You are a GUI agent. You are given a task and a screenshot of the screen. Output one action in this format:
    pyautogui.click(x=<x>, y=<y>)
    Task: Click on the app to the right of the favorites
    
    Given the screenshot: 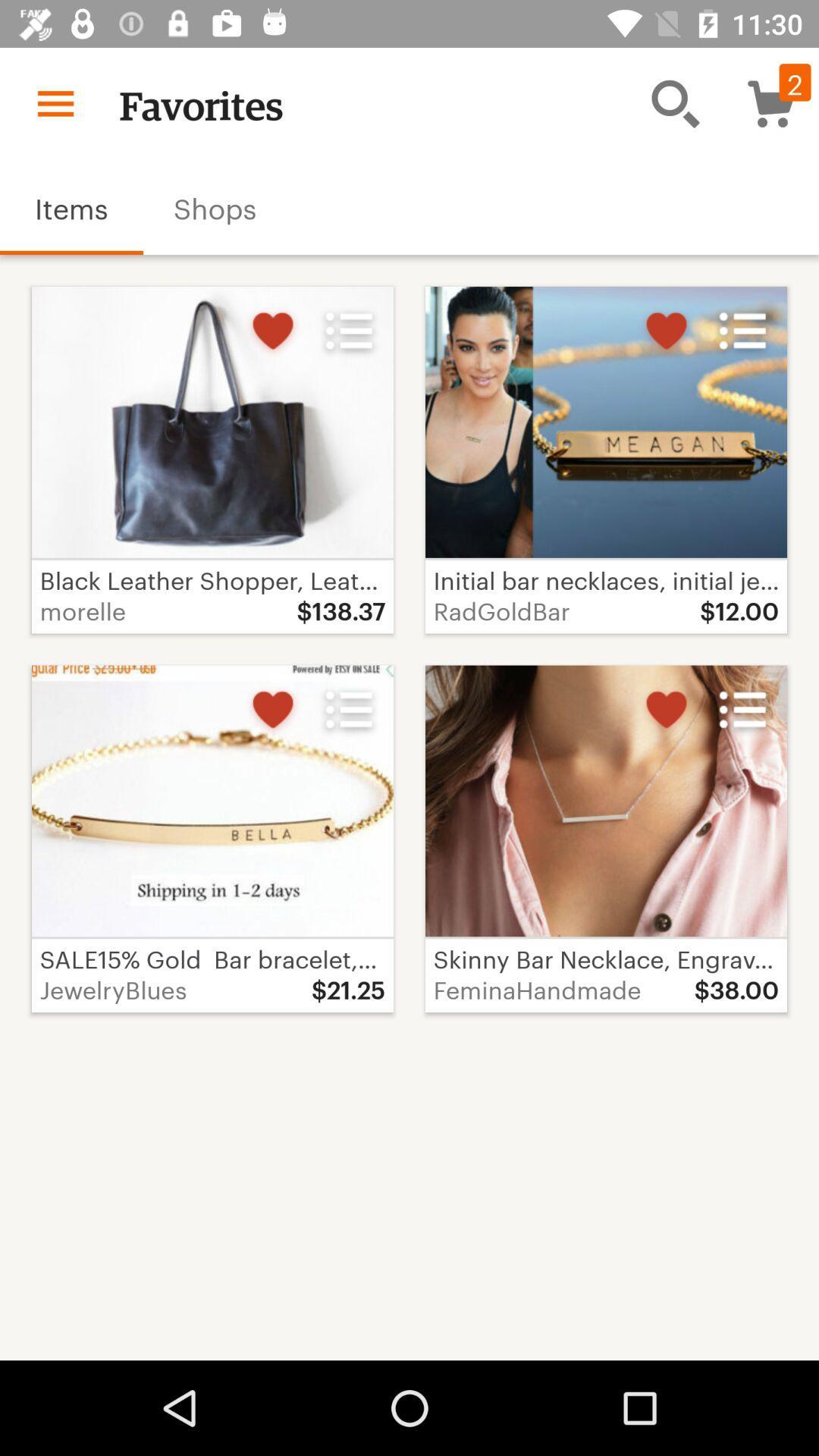 What is the action you would take?
    pyautogui.click(x=675, y=102)
    